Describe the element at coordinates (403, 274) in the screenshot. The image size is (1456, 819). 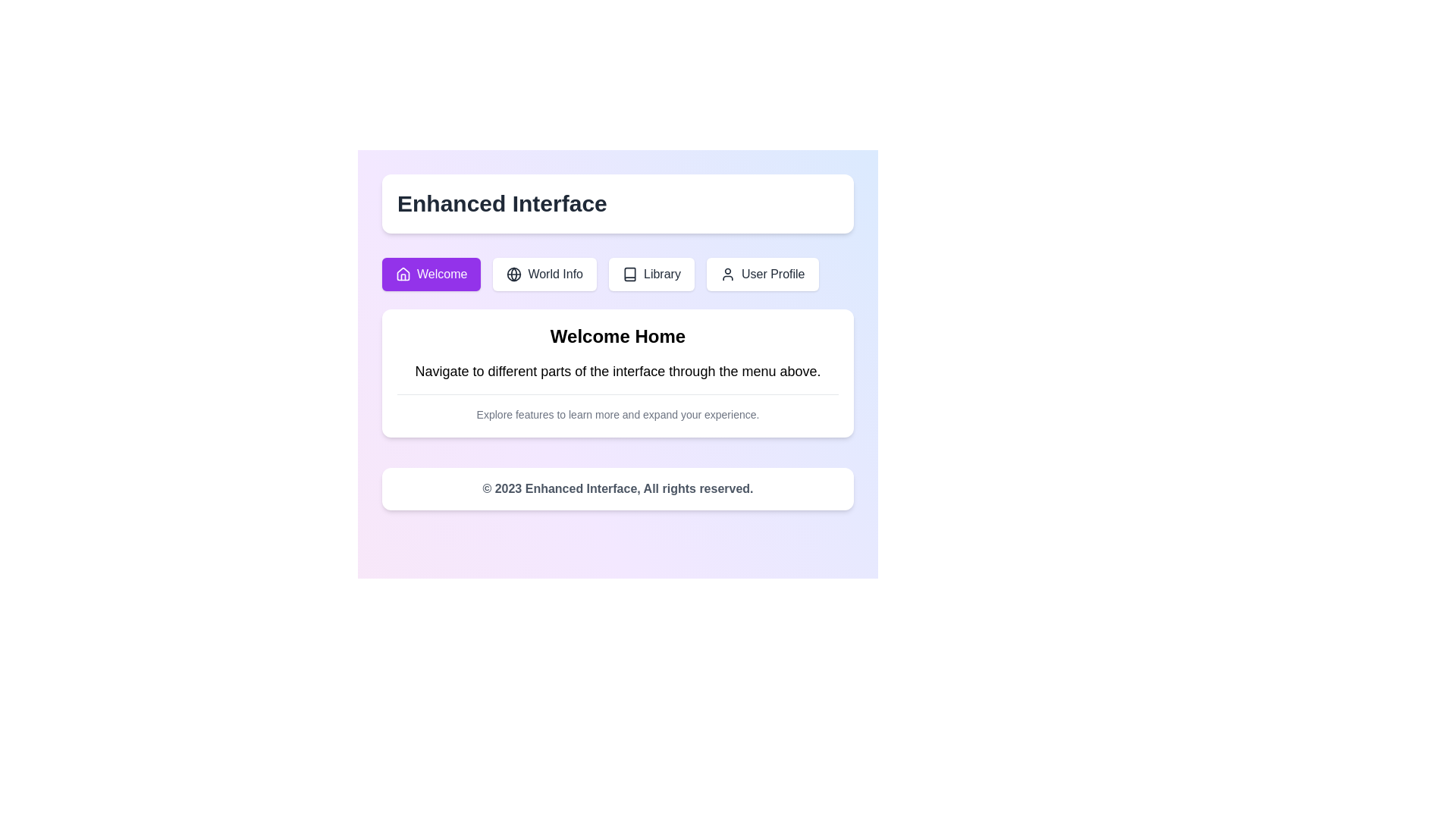
I see `the visual state of the house icon, which is a thinly stroked SVG representation located within a purple button labeled 'Welcome'` at that location.